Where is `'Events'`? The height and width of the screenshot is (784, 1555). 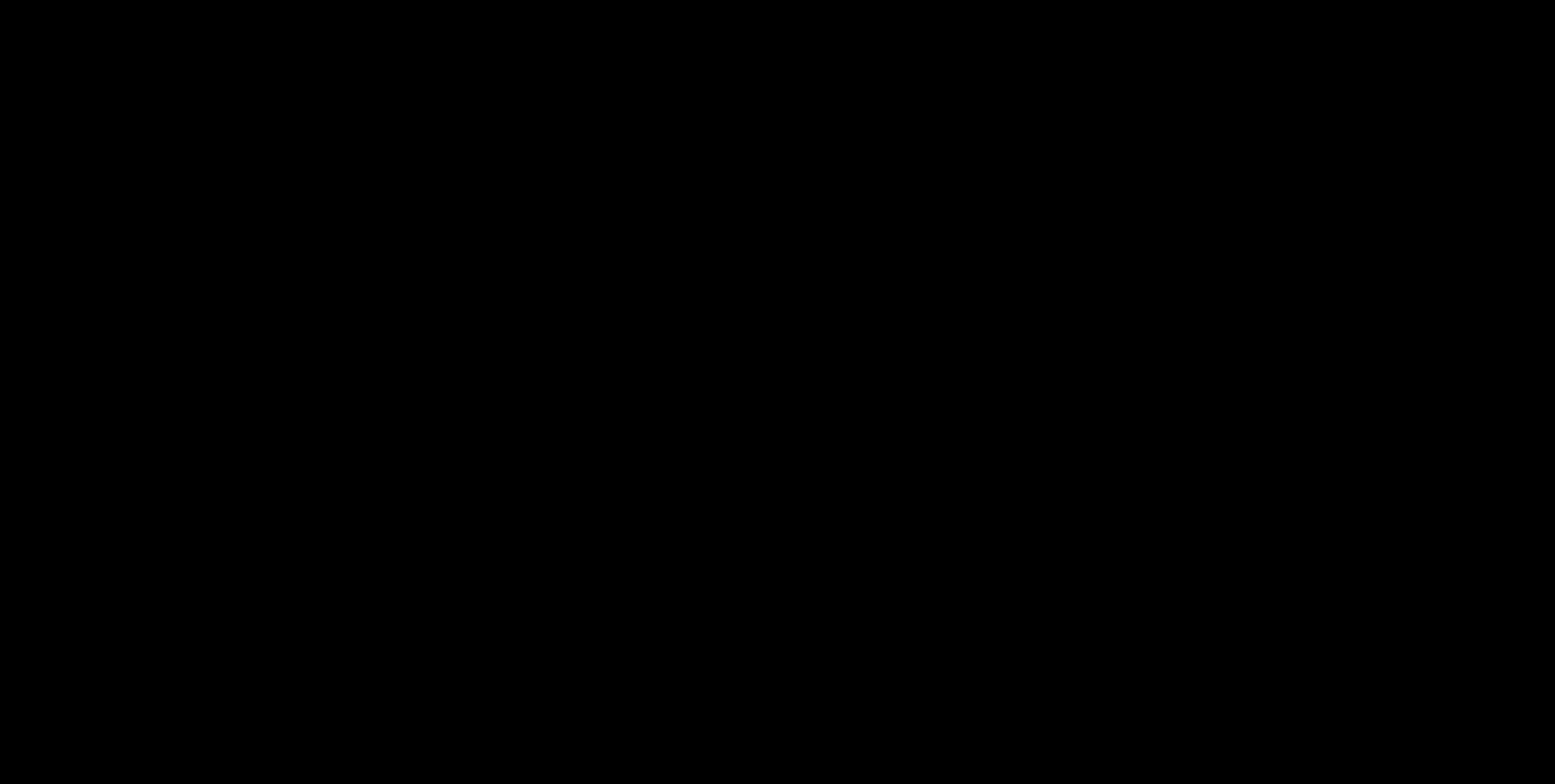 'Events' is located at coordinates (578, 51).